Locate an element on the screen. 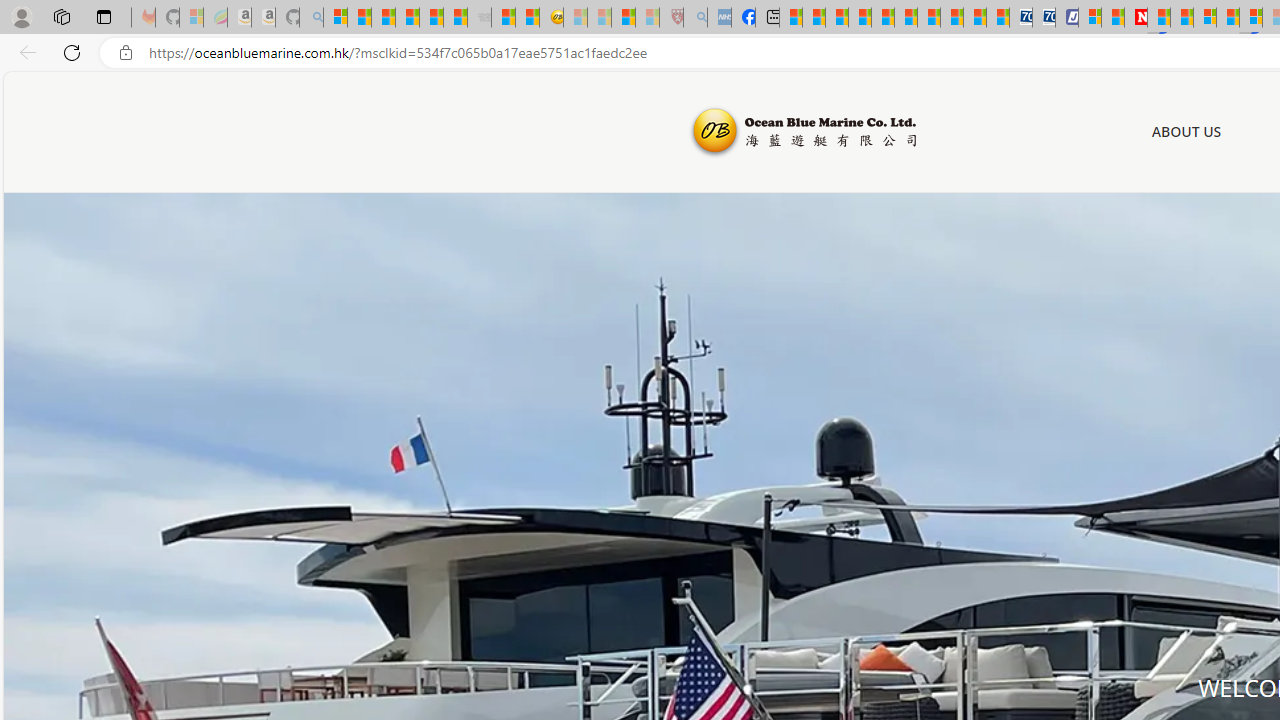 This screenshot has height=720, width=1280. 'ABOUT US' is located at coordinates (1186, 131).